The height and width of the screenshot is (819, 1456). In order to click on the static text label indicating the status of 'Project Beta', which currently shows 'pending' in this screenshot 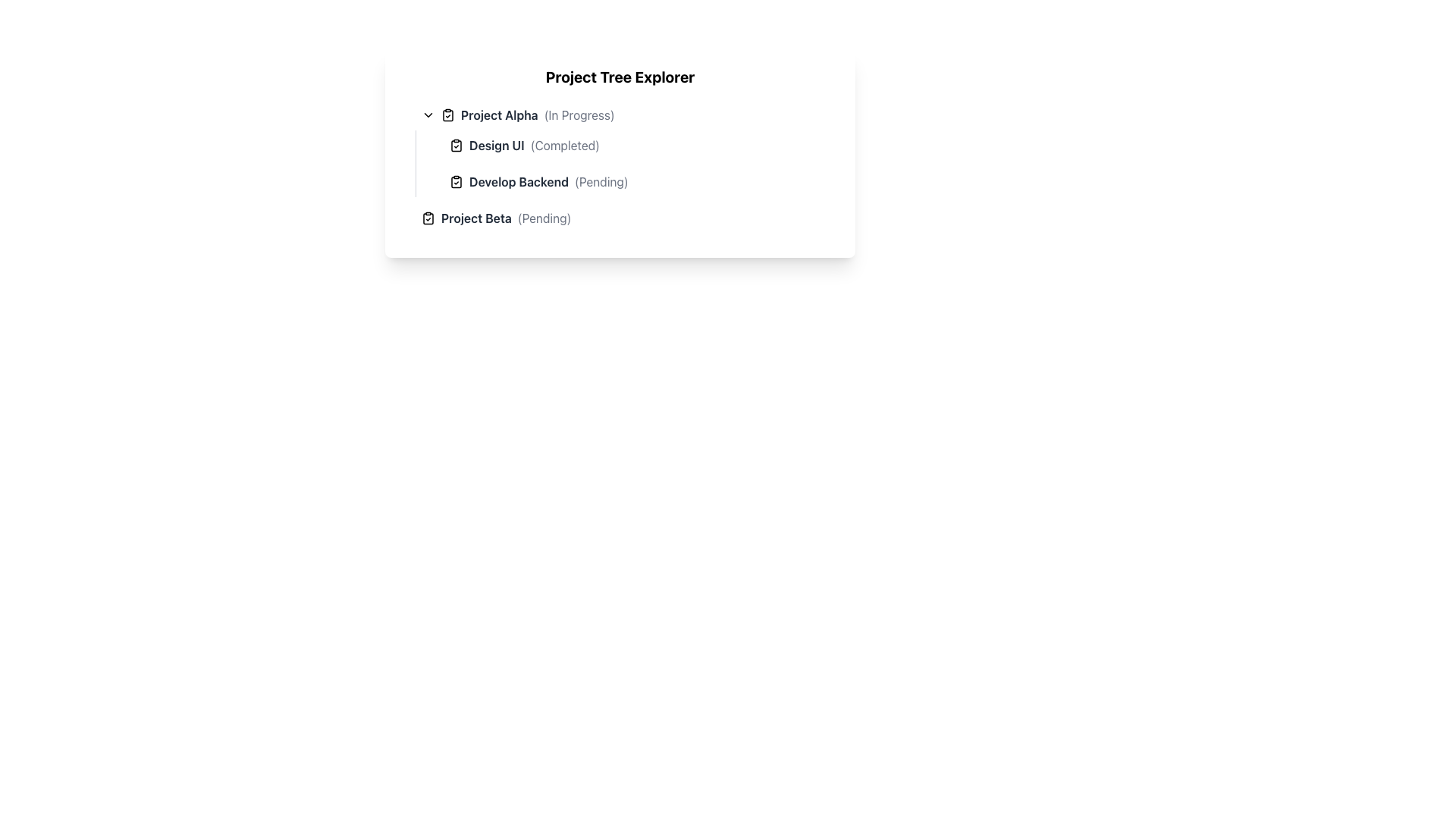, I will do `click(544, 218)`.